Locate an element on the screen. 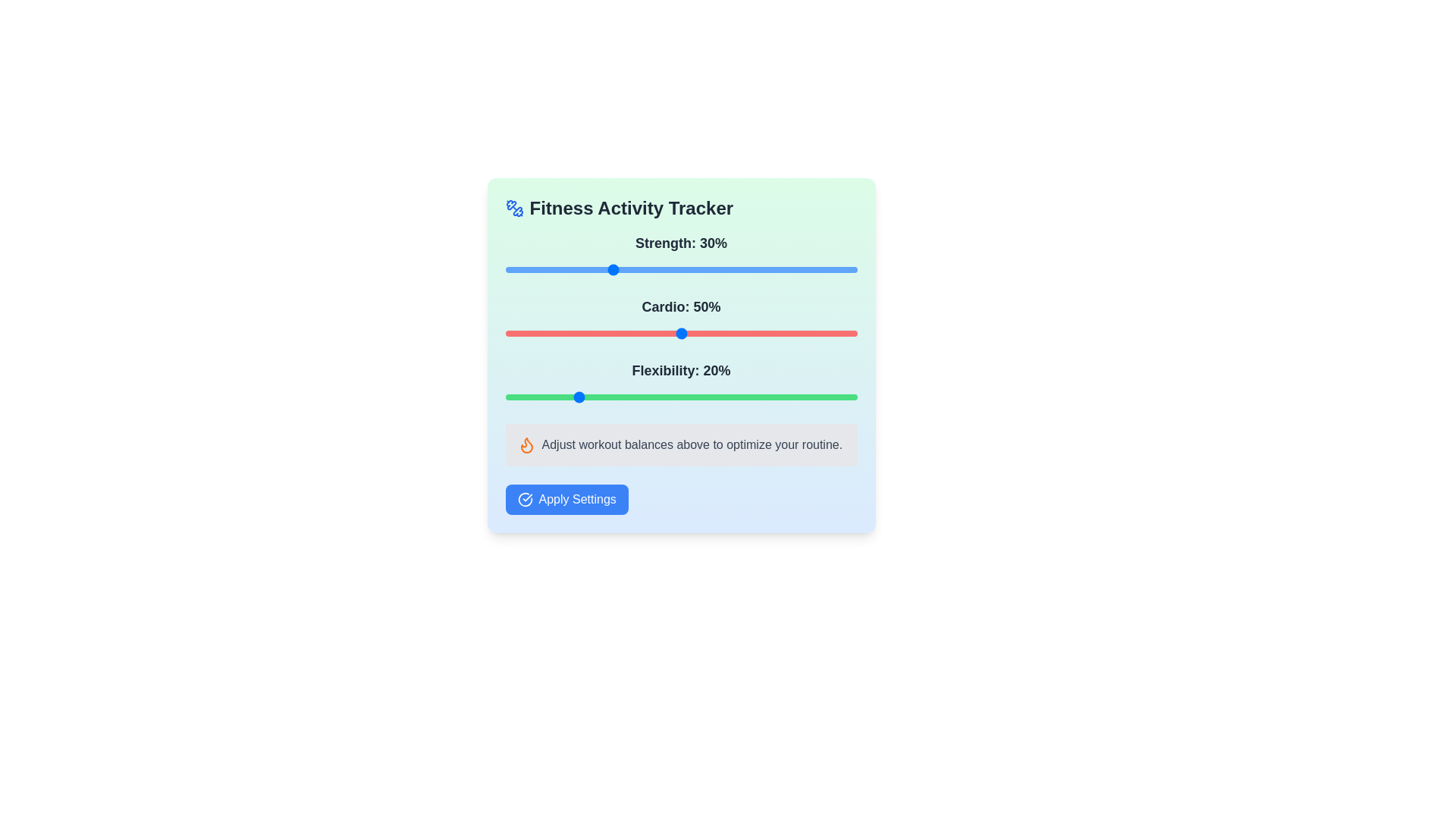  the slider handle located below the text 'Flexibility: 20%' is located at coordinates (680, 397).